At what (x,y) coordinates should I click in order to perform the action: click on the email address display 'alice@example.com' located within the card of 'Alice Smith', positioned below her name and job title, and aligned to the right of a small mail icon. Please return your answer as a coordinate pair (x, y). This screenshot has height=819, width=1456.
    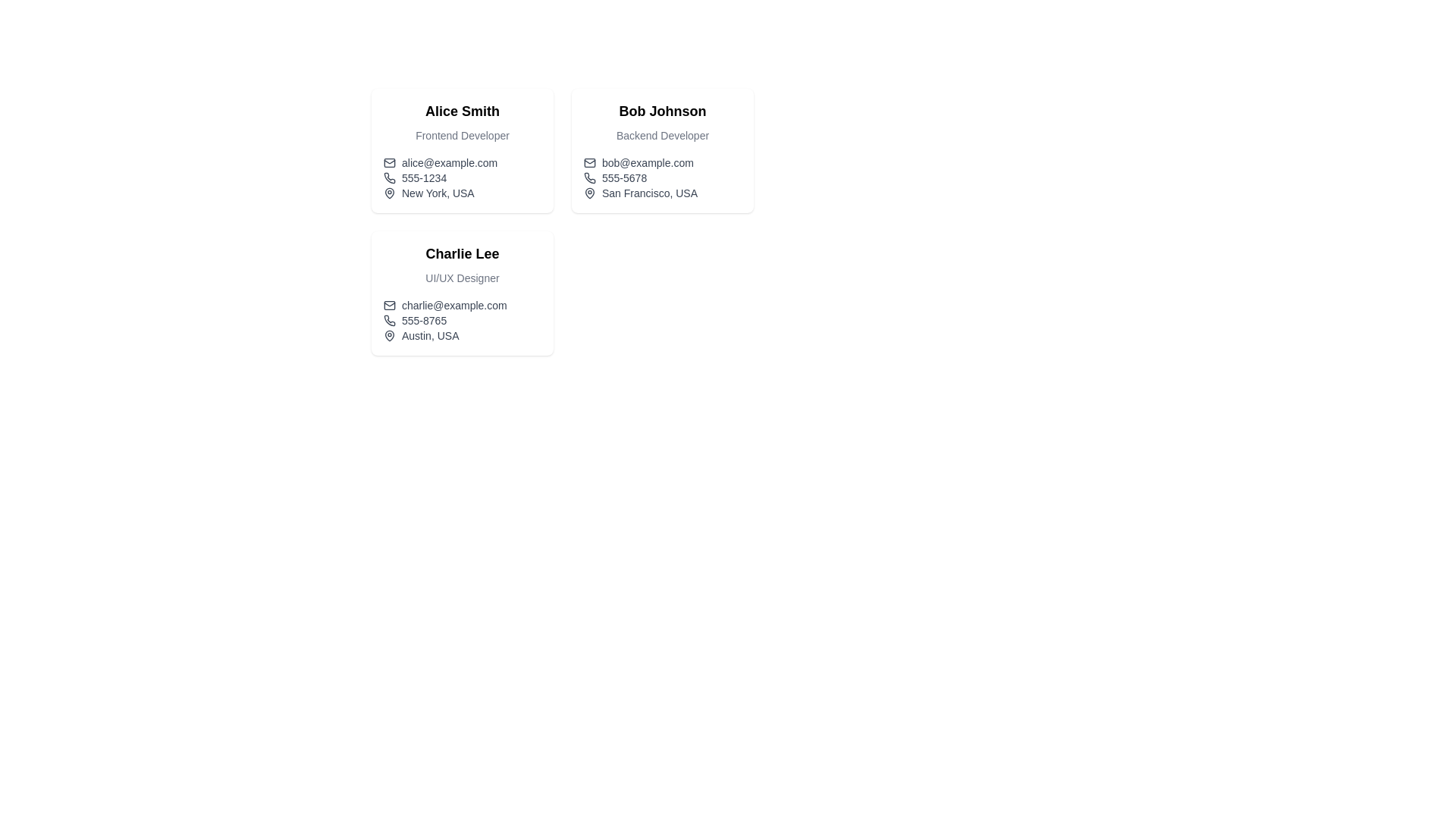
    Looking at the image, I should click on (449, 163).